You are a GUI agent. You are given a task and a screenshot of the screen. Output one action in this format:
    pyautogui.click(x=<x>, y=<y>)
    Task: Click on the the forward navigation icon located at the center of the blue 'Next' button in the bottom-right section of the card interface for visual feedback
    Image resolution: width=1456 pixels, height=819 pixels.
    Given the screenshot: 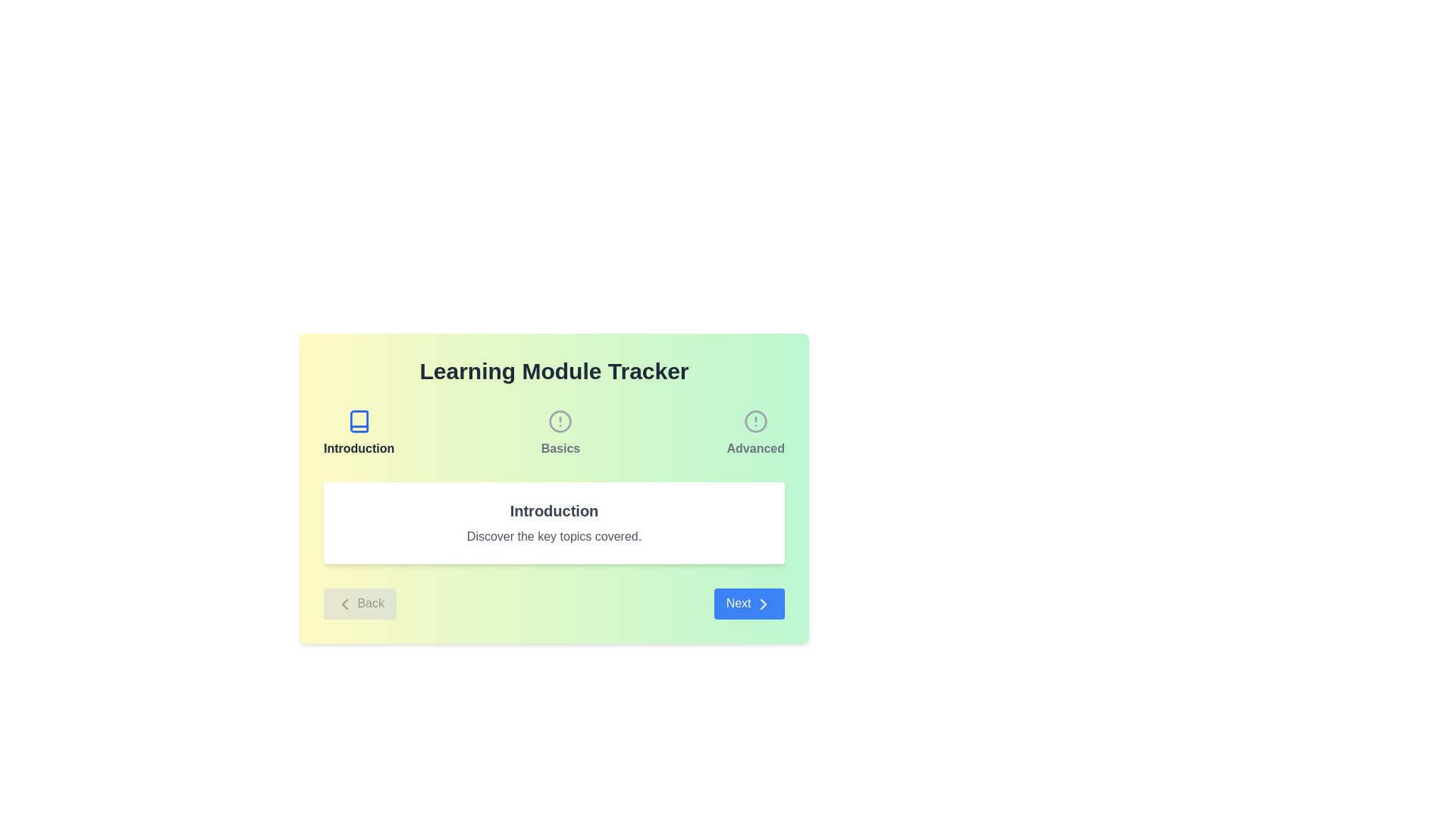 What is the action you would take?
    pyautogui.click(x=764, y=602)
    